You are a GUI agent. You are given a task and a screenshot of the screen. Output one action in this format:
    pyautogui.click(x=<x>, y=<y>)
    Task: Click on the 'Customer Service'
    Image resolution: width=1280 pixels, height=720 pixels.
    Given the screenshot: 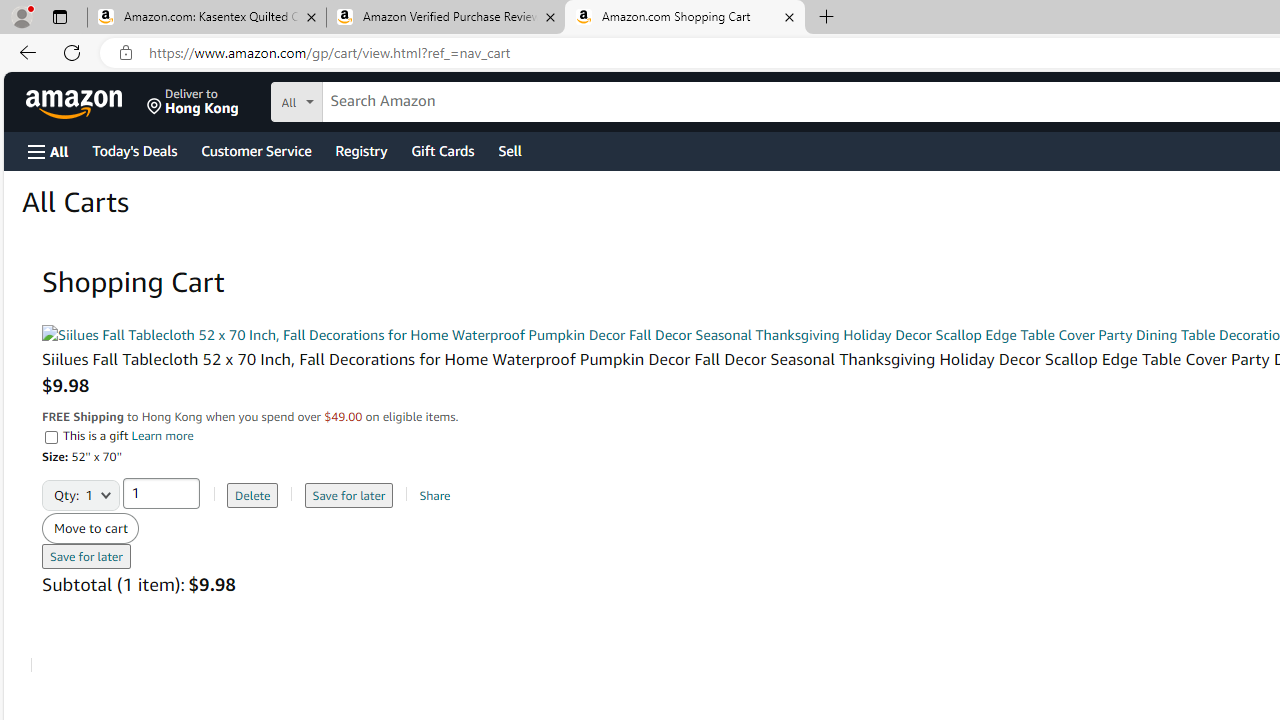 What is the action you would take?
    pyautogui.click(x=255, y=149)
    